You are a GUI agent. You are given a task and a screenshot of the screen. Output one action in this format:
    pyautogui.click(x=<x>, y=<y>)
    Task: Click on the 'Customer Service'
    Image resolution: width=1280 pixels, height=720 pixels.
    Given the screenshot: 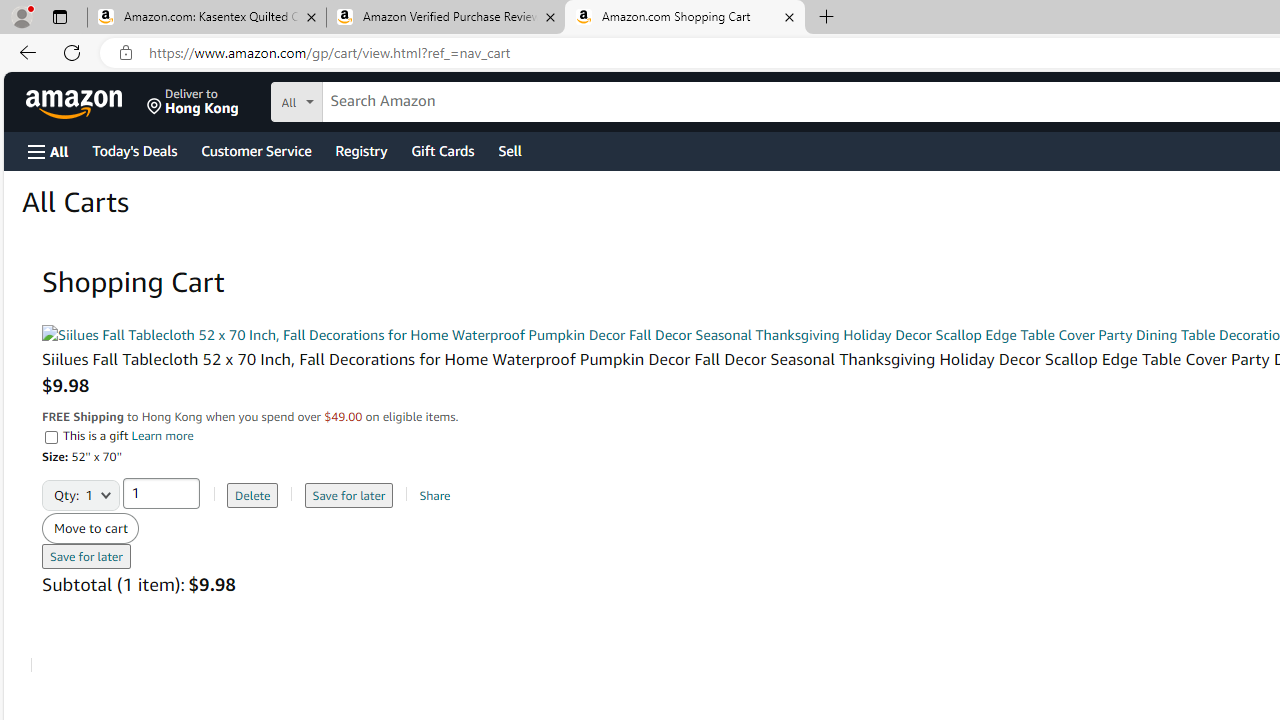 What is the action you would take?
    pyautogui.click(x=255, y=149)
    